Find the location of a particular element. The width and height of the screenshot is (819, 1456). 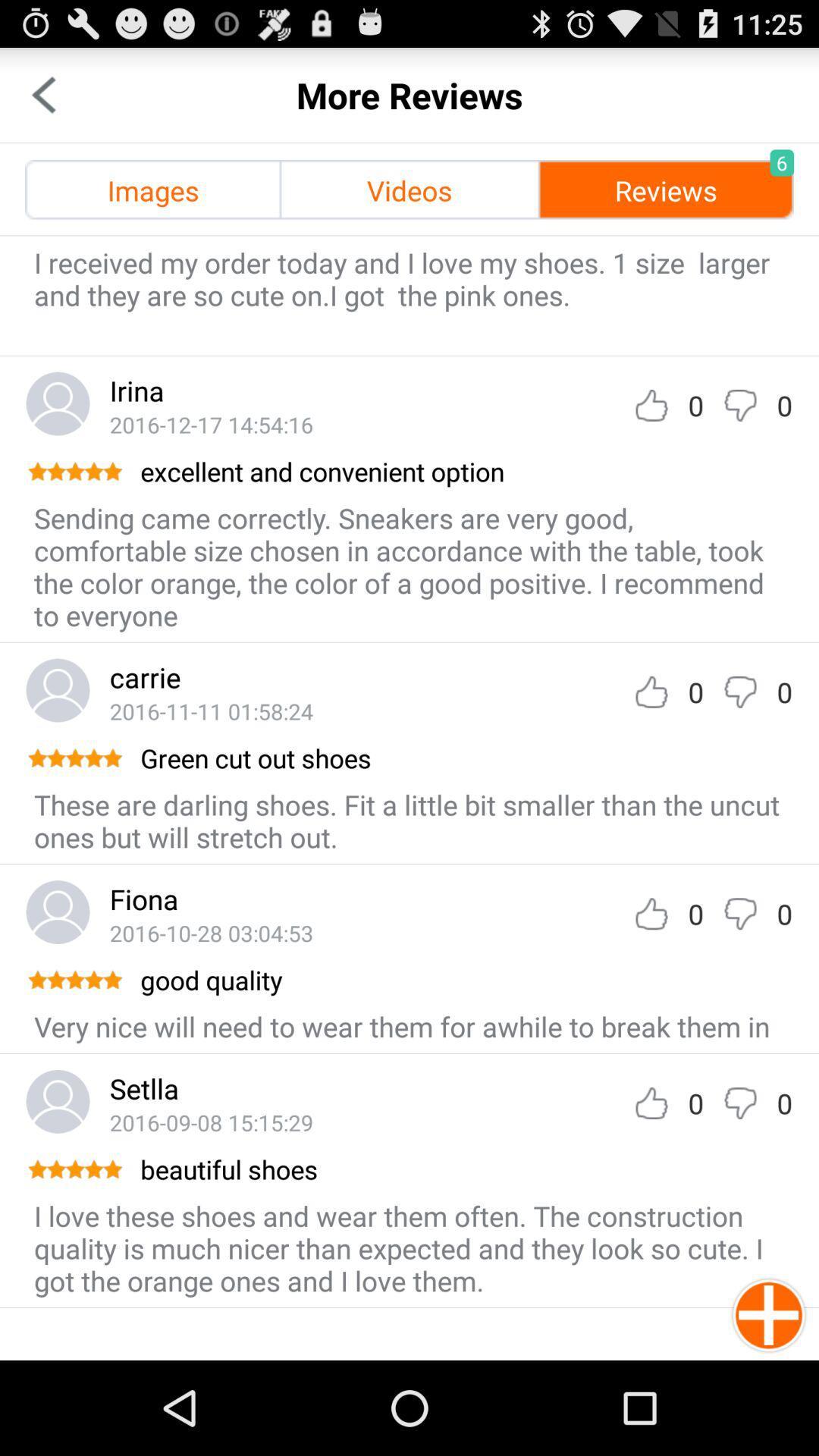

thumbds down is located at coordinates (739, 691).